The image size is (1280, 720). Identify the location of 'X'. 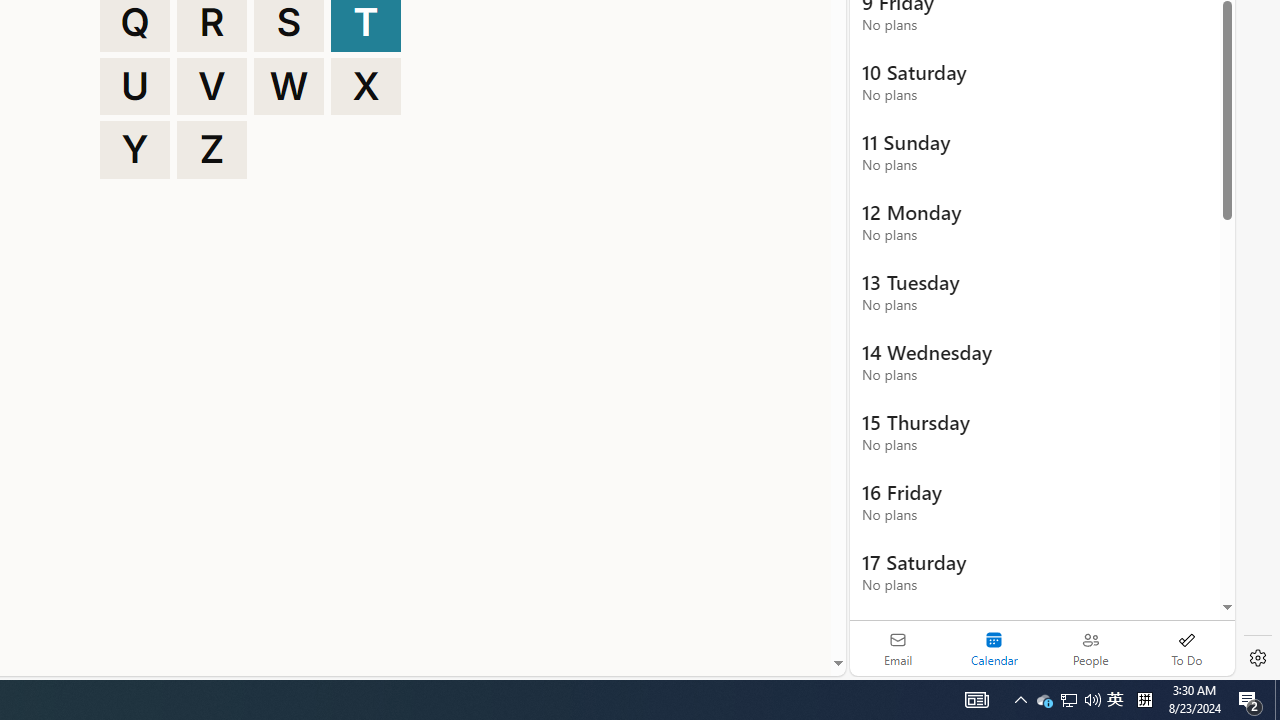
(366, 85).